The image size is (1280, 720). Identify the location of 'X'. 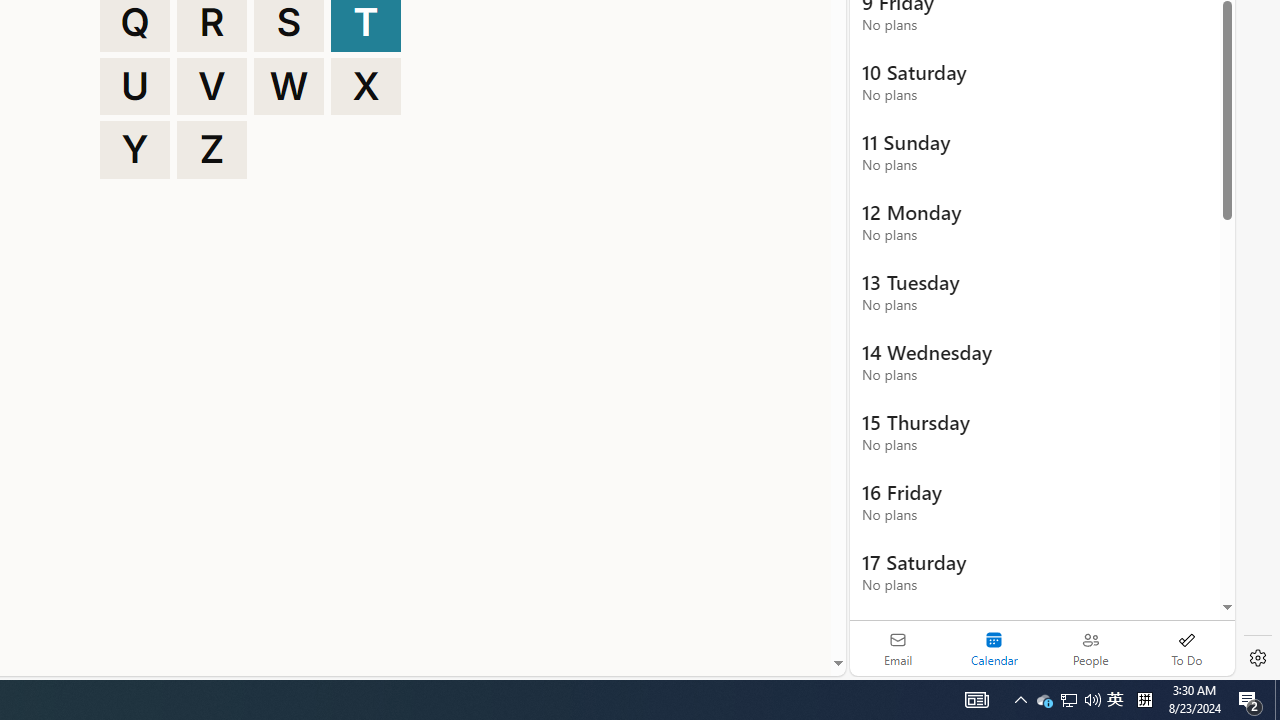
(366, 85).